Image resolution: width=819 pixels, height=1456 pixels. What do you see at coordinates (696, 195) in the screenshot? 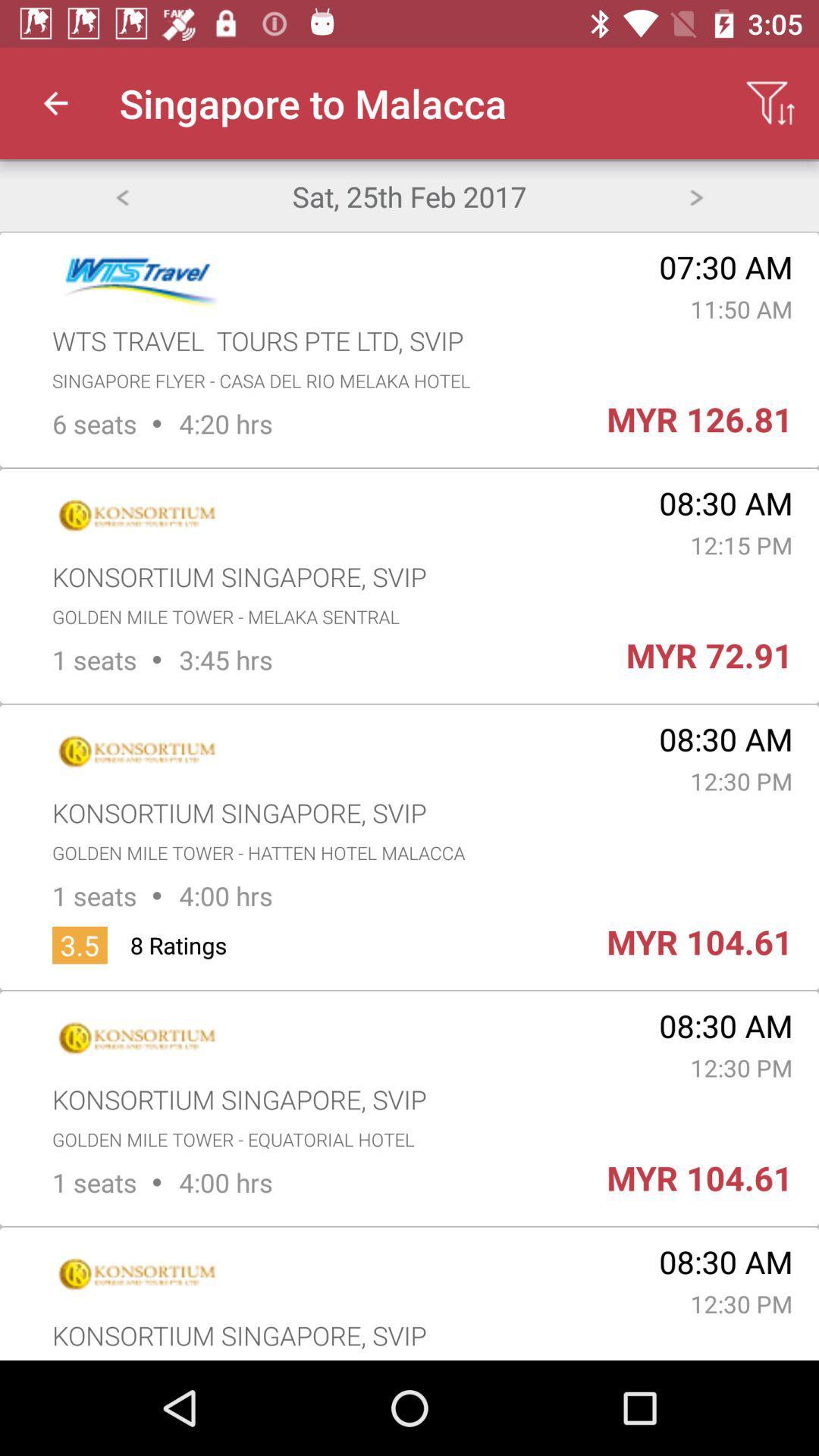
I see `next day` at bounding box center [696, 195].